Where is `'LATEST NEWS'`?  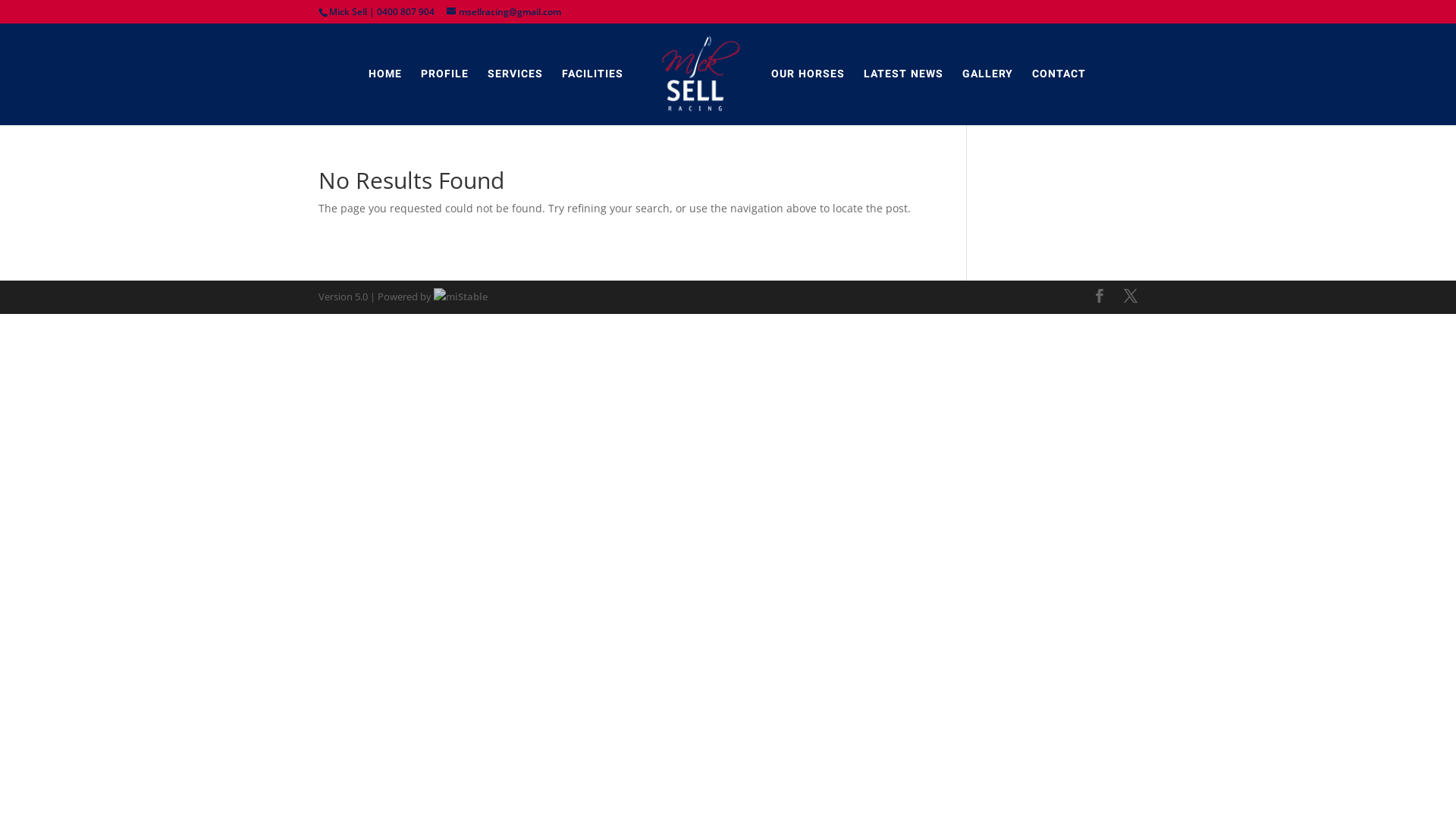 'LATEST NEWS' is located at coordinates (903, 74).